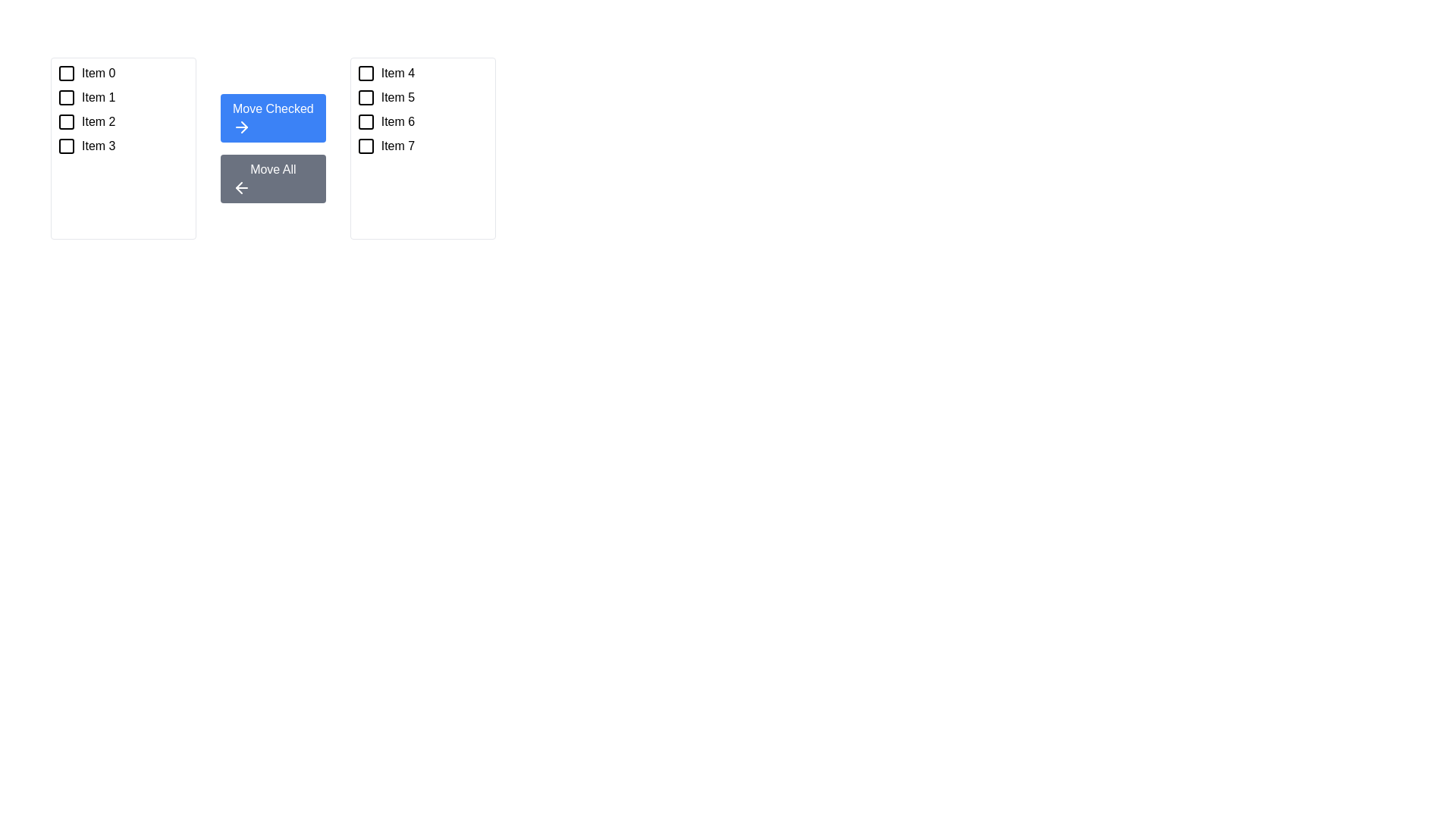  Describe the element at coordinates (240, 127) in the screenshot. I see `the icon located at the center of the blue button labeled 'Move Checked', which emphasizes the action of moving items to the right` at that location.